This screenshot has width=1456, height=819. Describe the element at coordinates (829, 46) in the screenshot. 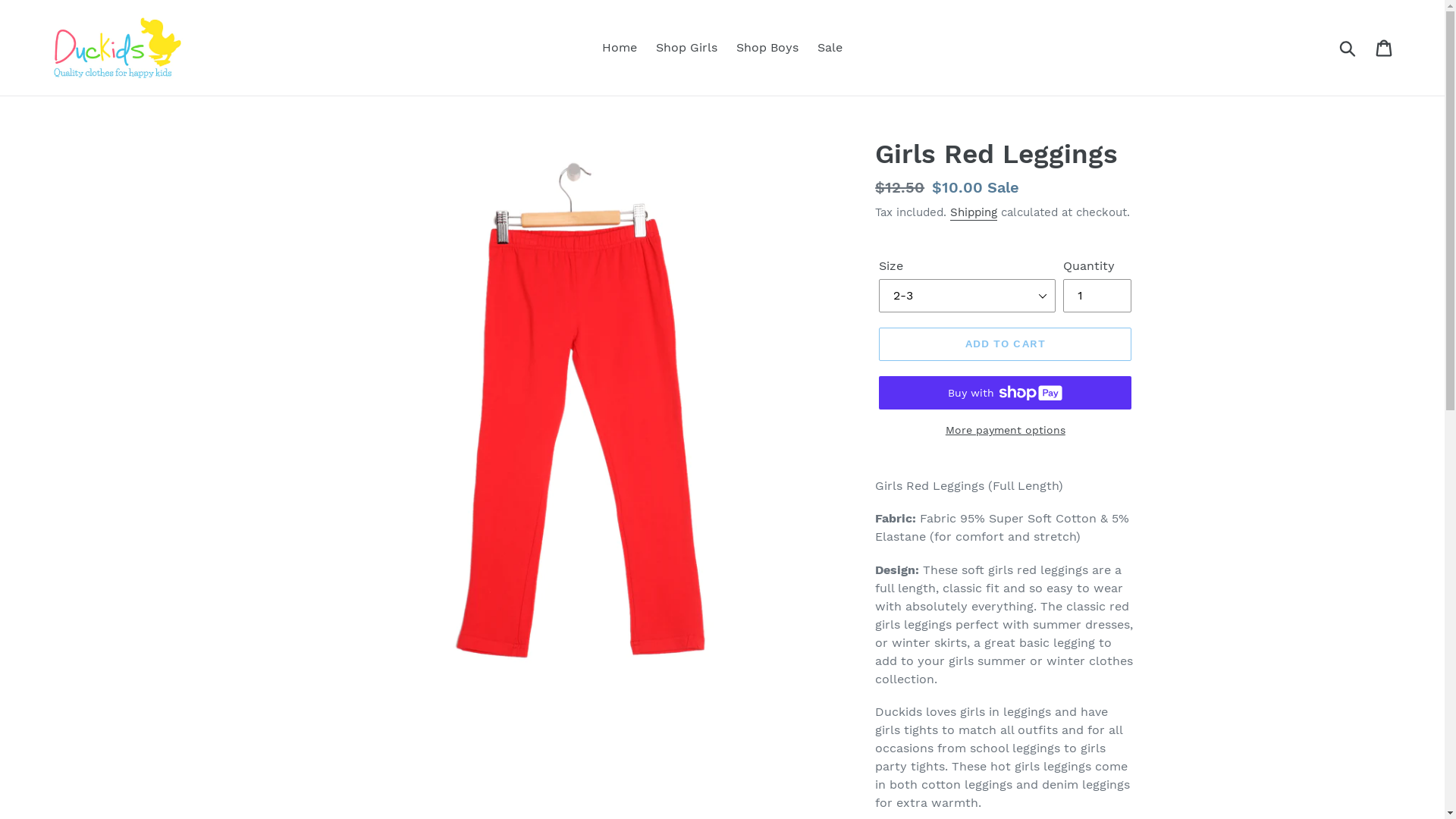

I see `'Sale'` at that location.